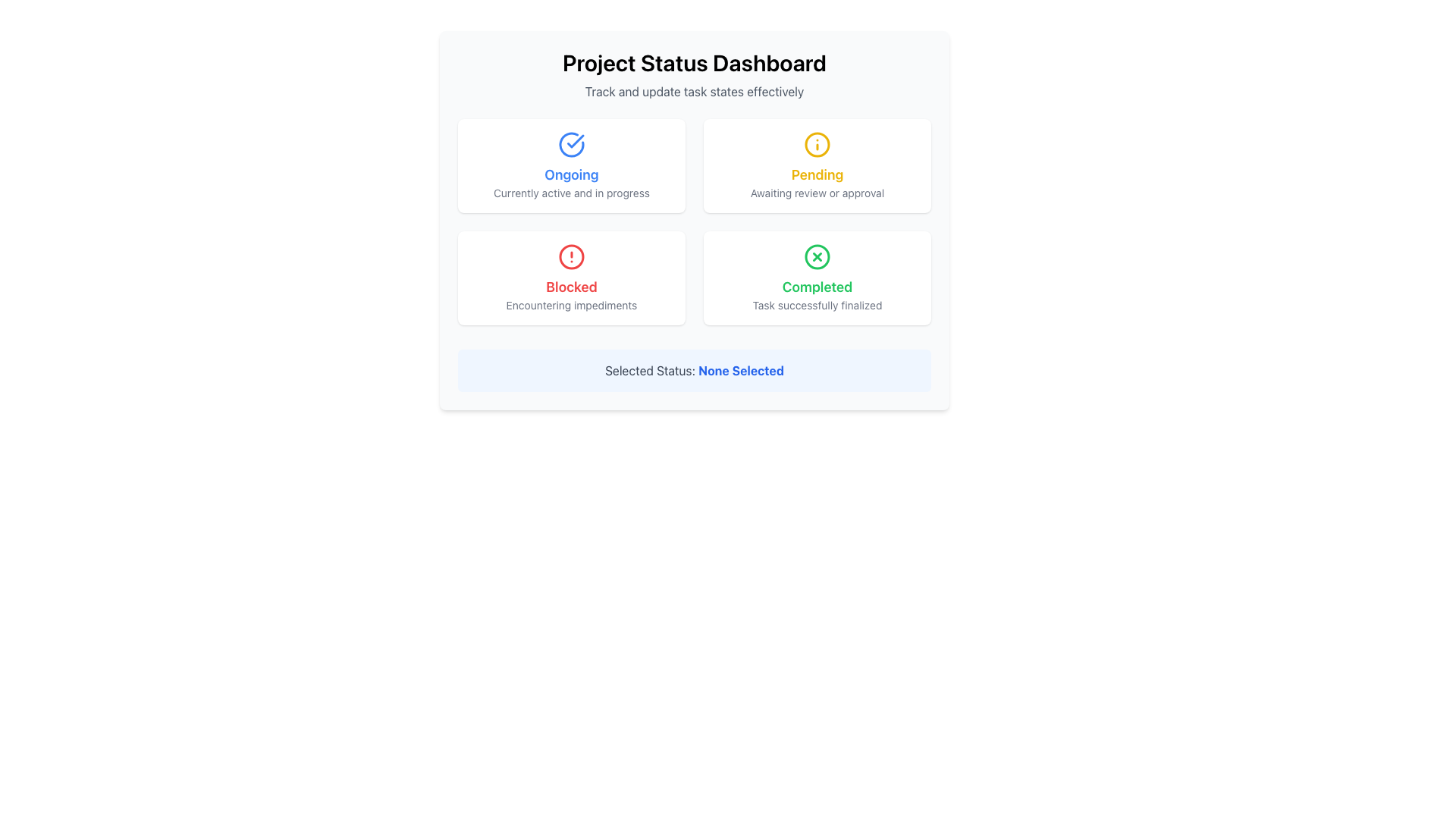 The image size is (1456, 819). Describe the element at coordinates (817, 166) in the screenshot. I see `the card labeled 'Pending' that is located in the top-right position of the two-by-two grid layout` at that location.